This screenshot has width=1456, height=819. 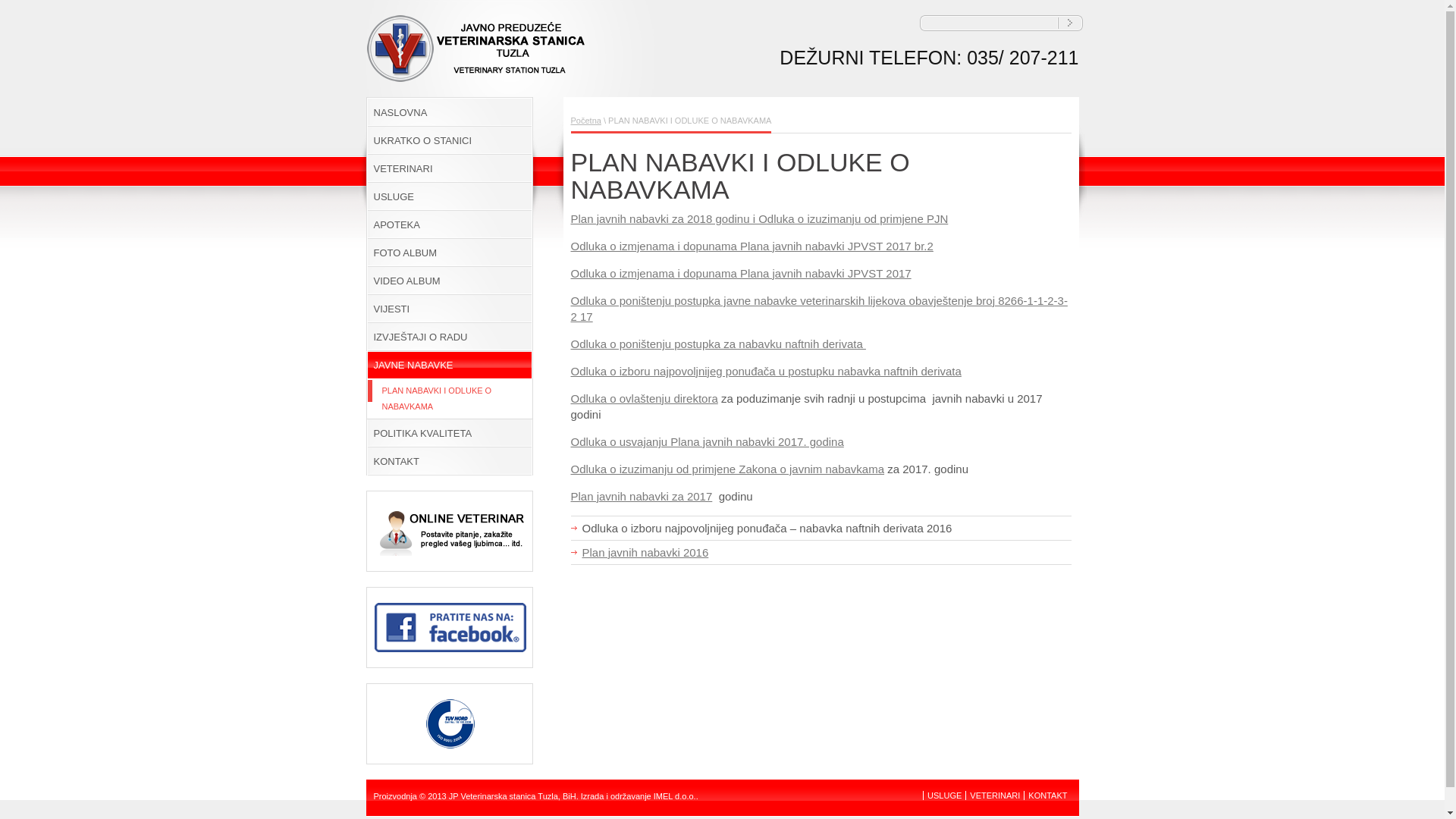 What do you see at coordinates (447, 308) in the screenshot?
I see `'VIJESTI'` at bounding box center [447, 308].